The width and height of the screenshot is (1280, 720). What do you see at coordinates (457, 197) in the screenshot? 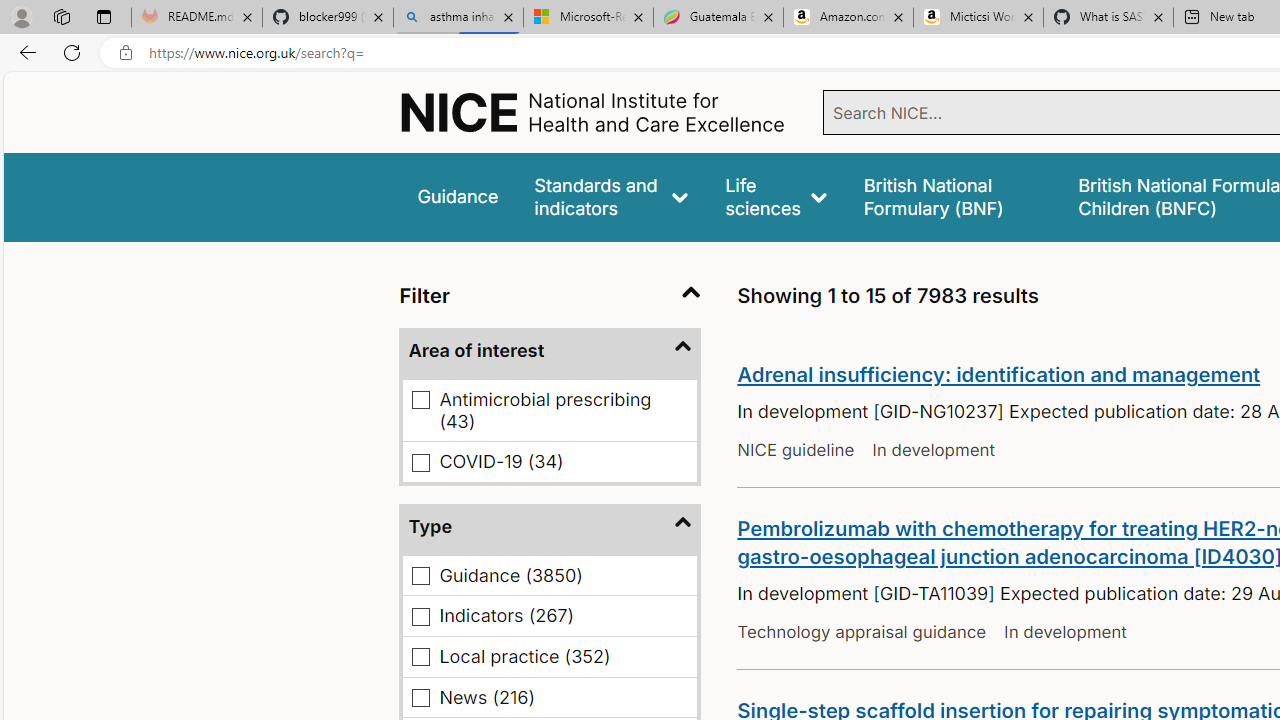
I see `'Guidance'` at bounding box center [457, 197].